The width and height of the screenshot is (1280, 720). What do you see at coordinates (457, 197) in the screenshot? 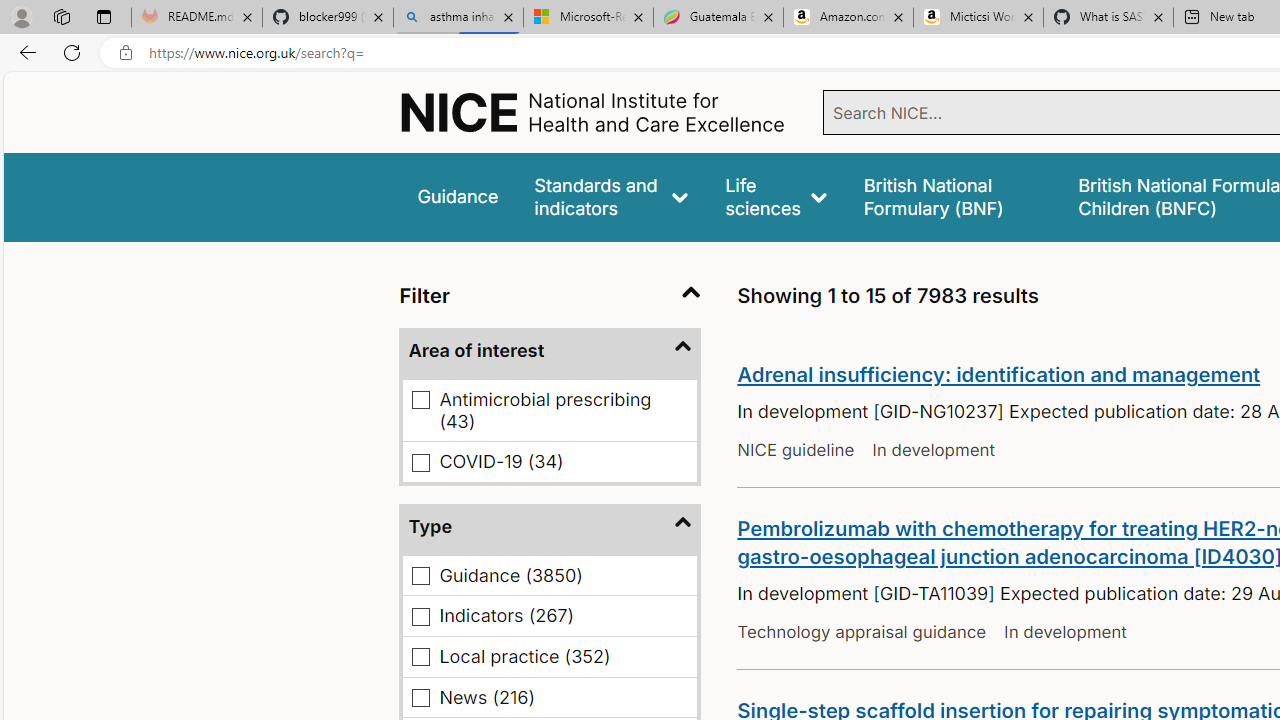
I see `'Guidance'` at bounding box center [457, 197].